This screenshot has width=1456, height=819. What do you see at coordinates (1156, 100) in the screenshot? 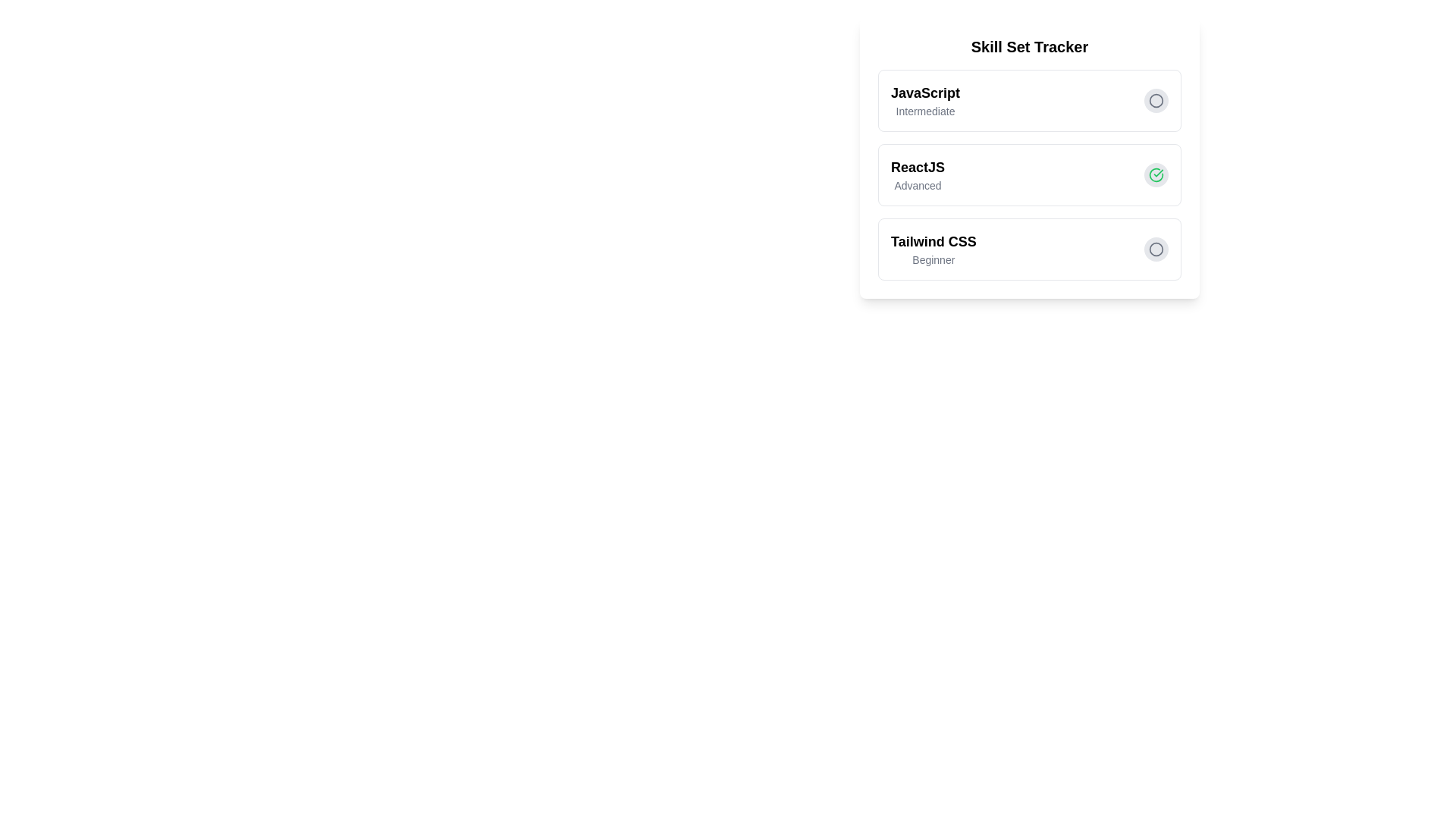
I see `the small circular button with a gray background and an unfilled circle icon located at the top-right corner of the 'JavaScript' card labeled 'Intermediate'` at bounding box center [1156, 100].